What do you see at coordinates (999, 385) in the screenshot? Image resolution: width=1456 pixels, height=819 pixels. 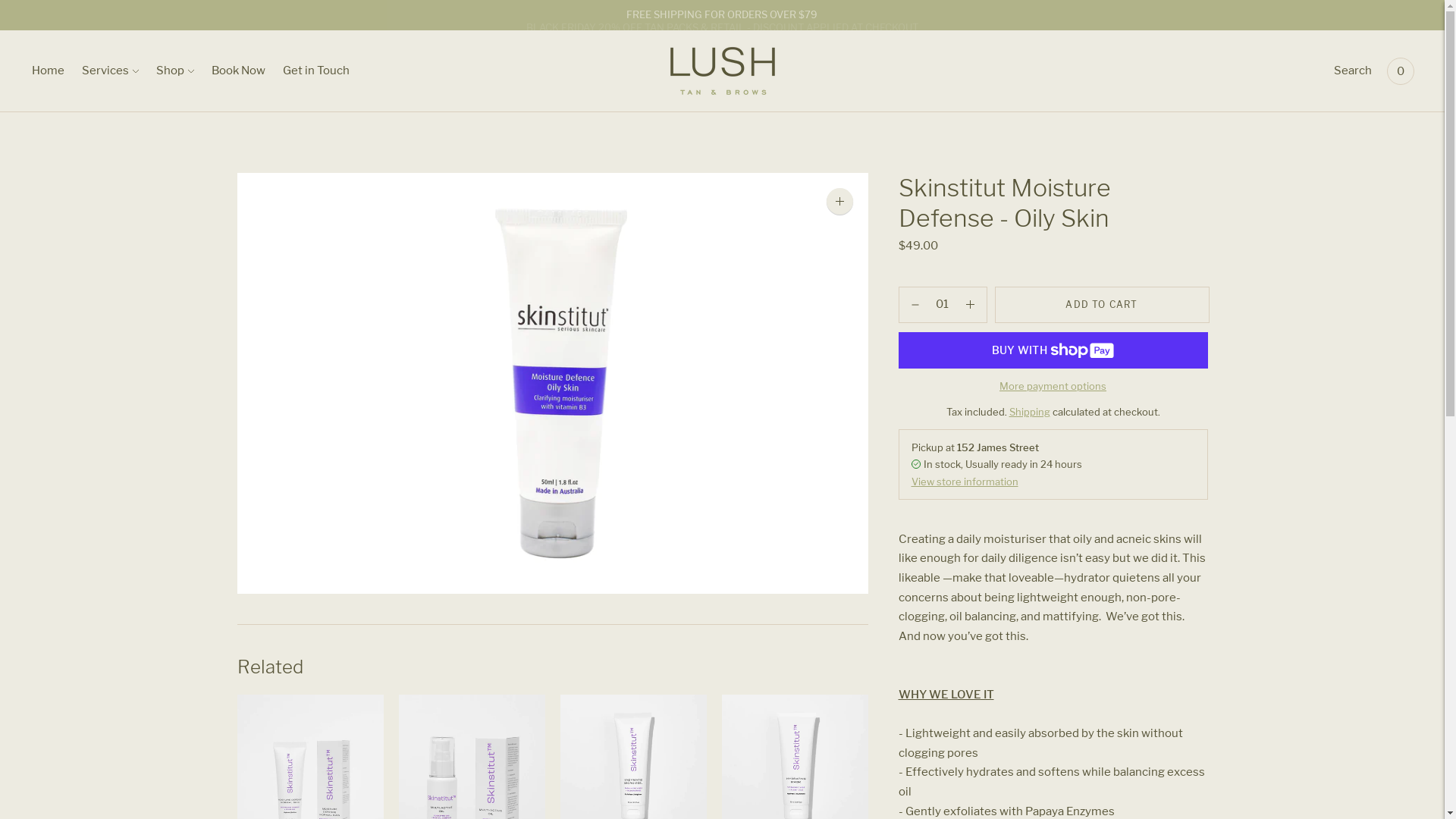 I see `'More payment options'` at bounding box center [999, 385].